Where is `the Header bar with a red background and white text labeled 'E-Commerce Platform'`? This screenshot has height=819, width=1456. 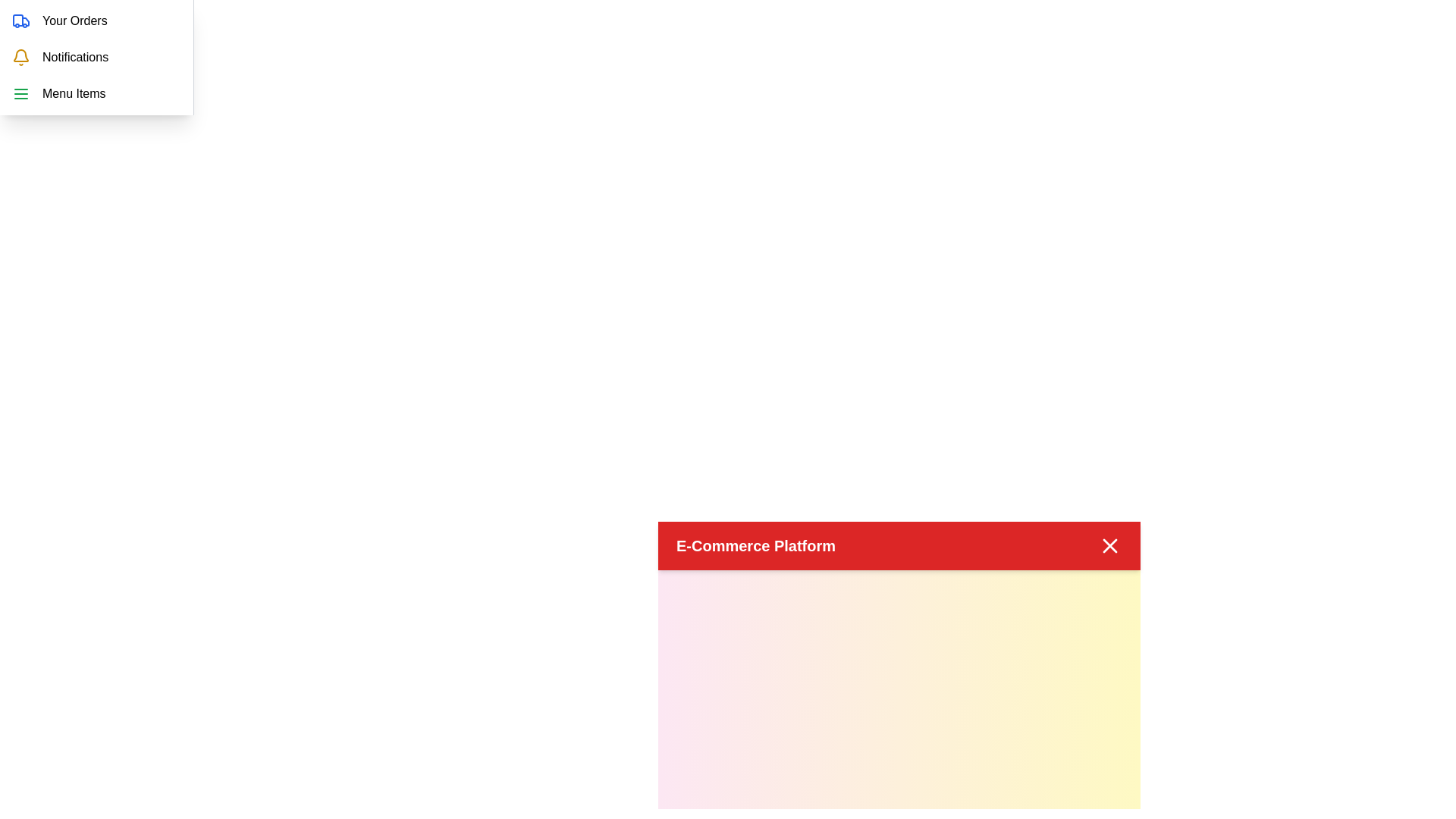 the Header bar with a red background and white text labeled 'E-Commerce Platform' is located at coordinates (899, 546).